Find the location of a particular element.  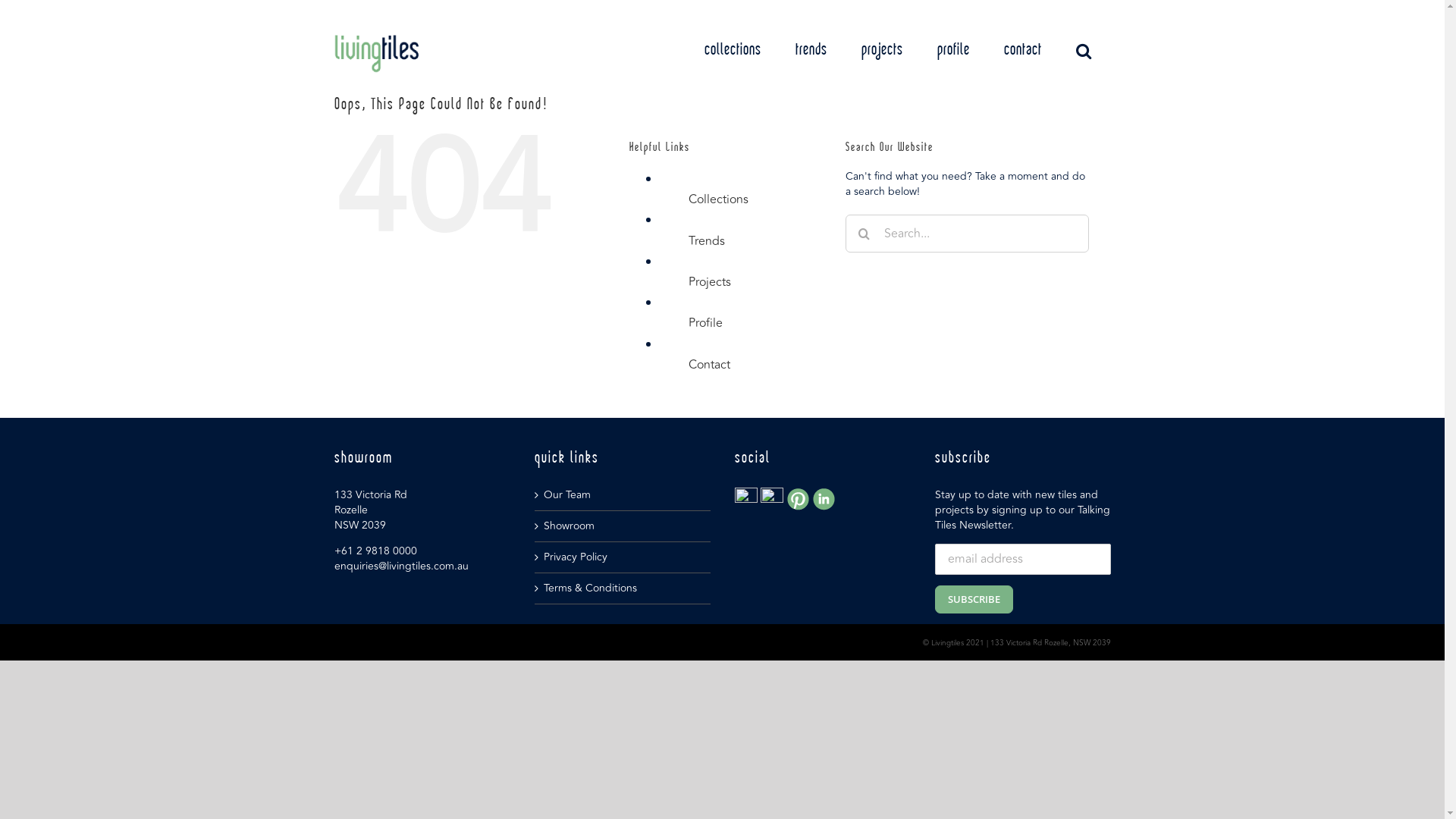

'133 Victoria Rd is located at coordinates (370, 510).